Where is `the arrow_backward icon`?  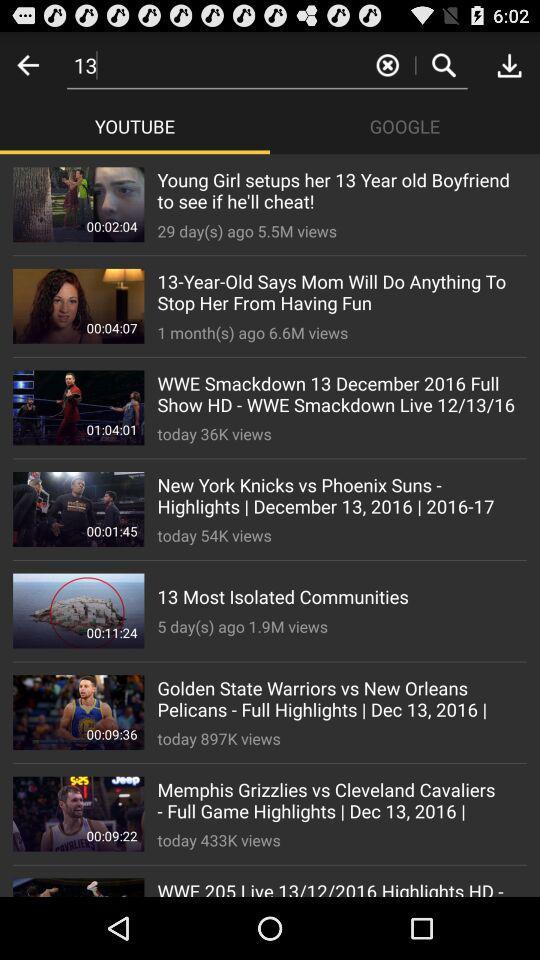 the arrow_backward icon is located at coordinates (26, 69).